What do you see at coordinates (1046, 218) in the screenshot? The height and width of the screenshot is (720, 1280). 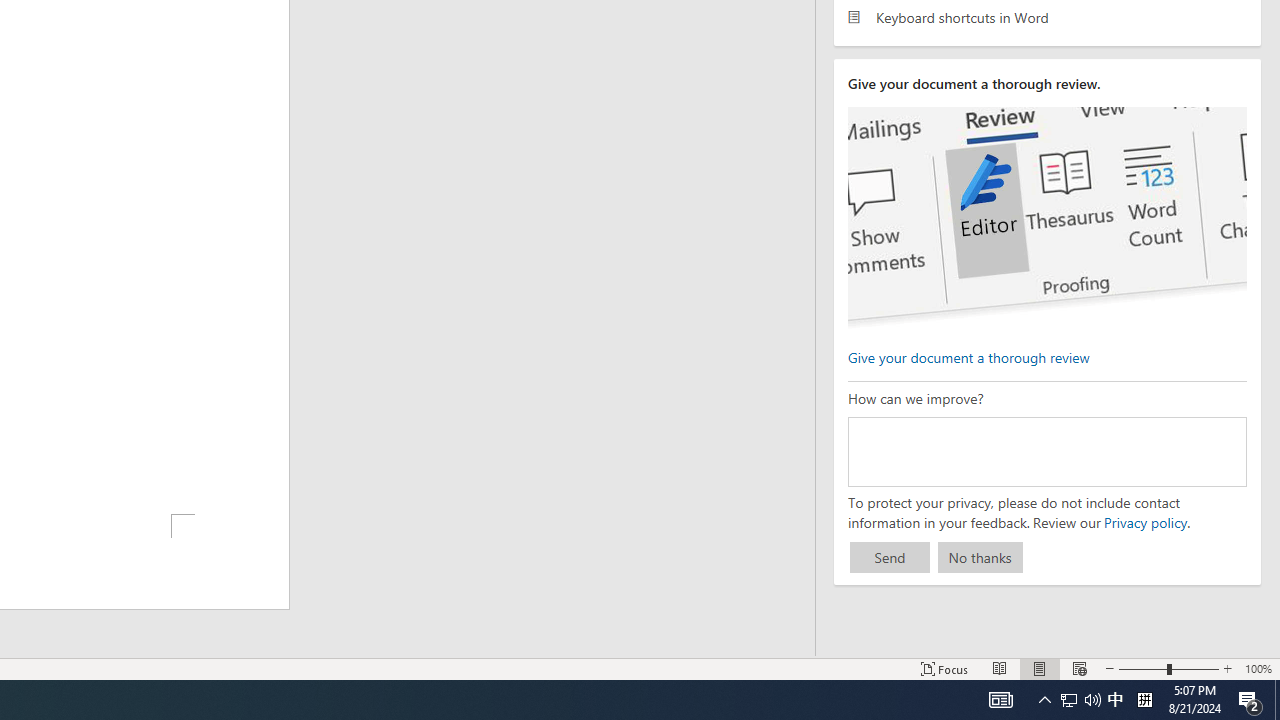 I see `'editor ui screenshot'` at bounding box center [1046, 218].